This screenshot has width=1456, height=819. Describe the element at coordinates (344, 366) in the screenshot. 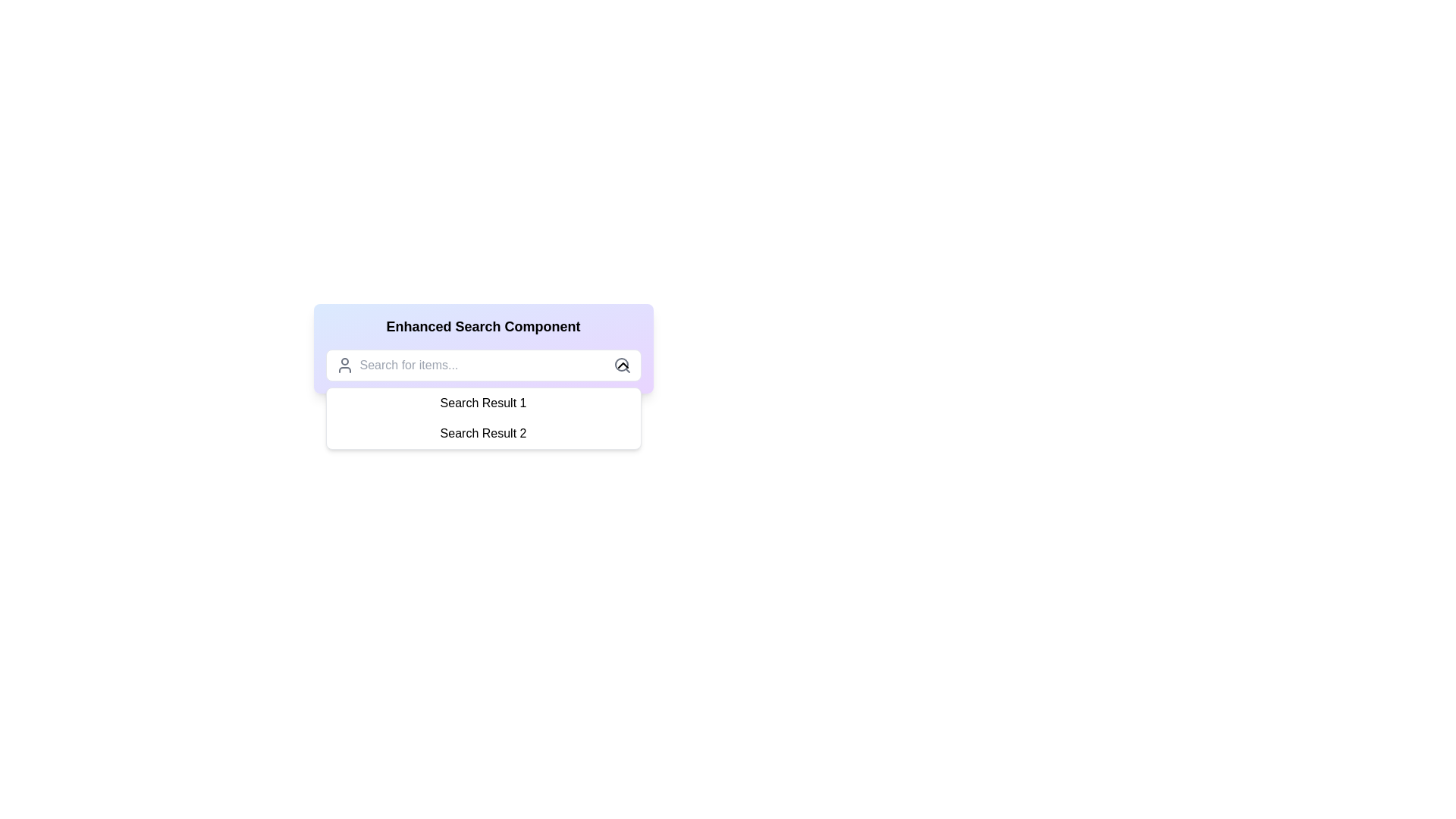

I see `the user icon located at the left of the search bar, before the text input field with the placeholder 'Search for items...'` at that location.